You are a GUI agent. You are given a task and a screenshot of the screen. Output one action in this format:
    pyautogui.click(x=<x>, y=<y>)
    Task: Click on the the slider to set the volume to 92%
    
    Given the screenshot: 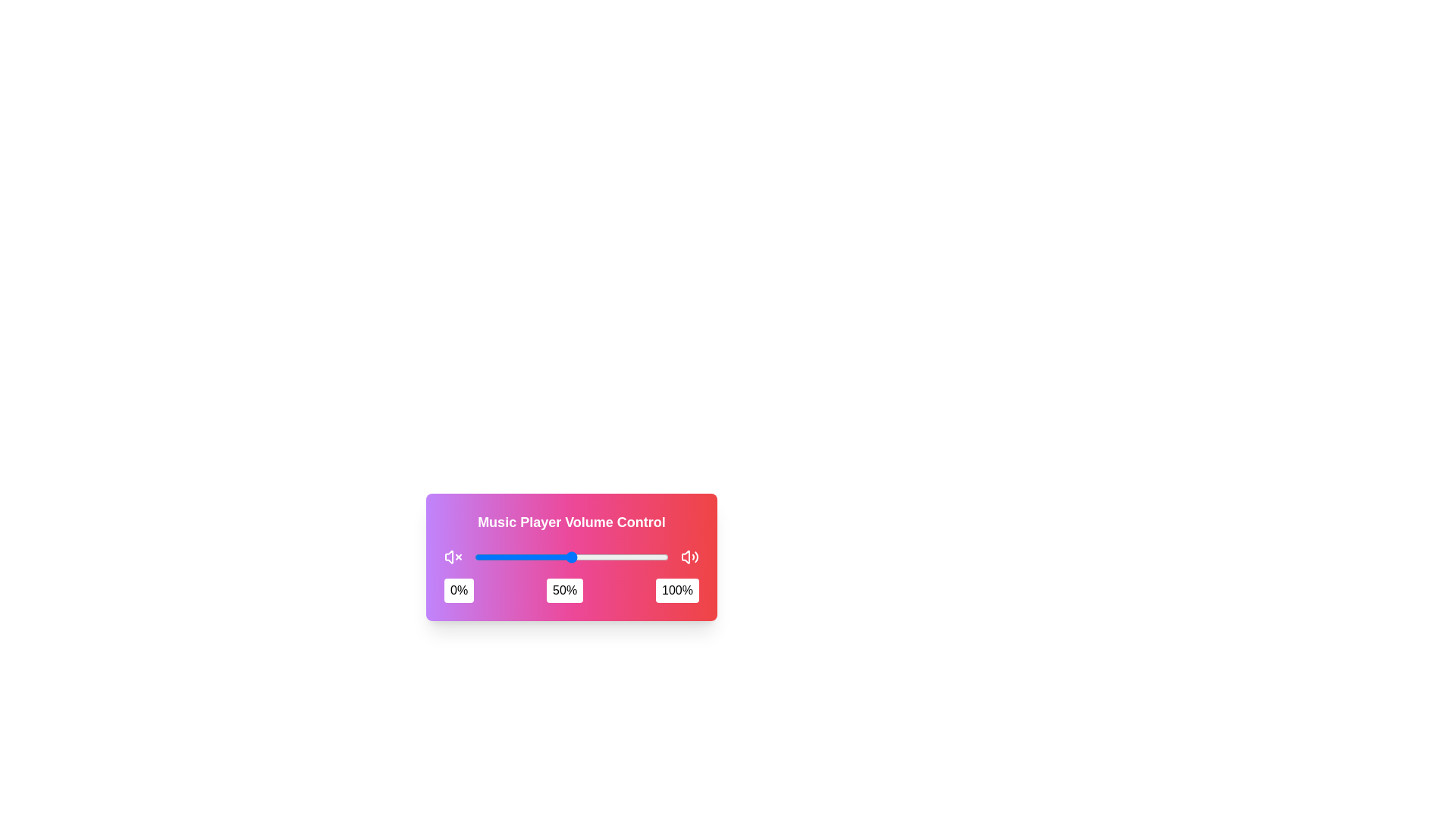 What is the action you would take?
    pyautogui.click(x=652, y=557)
    